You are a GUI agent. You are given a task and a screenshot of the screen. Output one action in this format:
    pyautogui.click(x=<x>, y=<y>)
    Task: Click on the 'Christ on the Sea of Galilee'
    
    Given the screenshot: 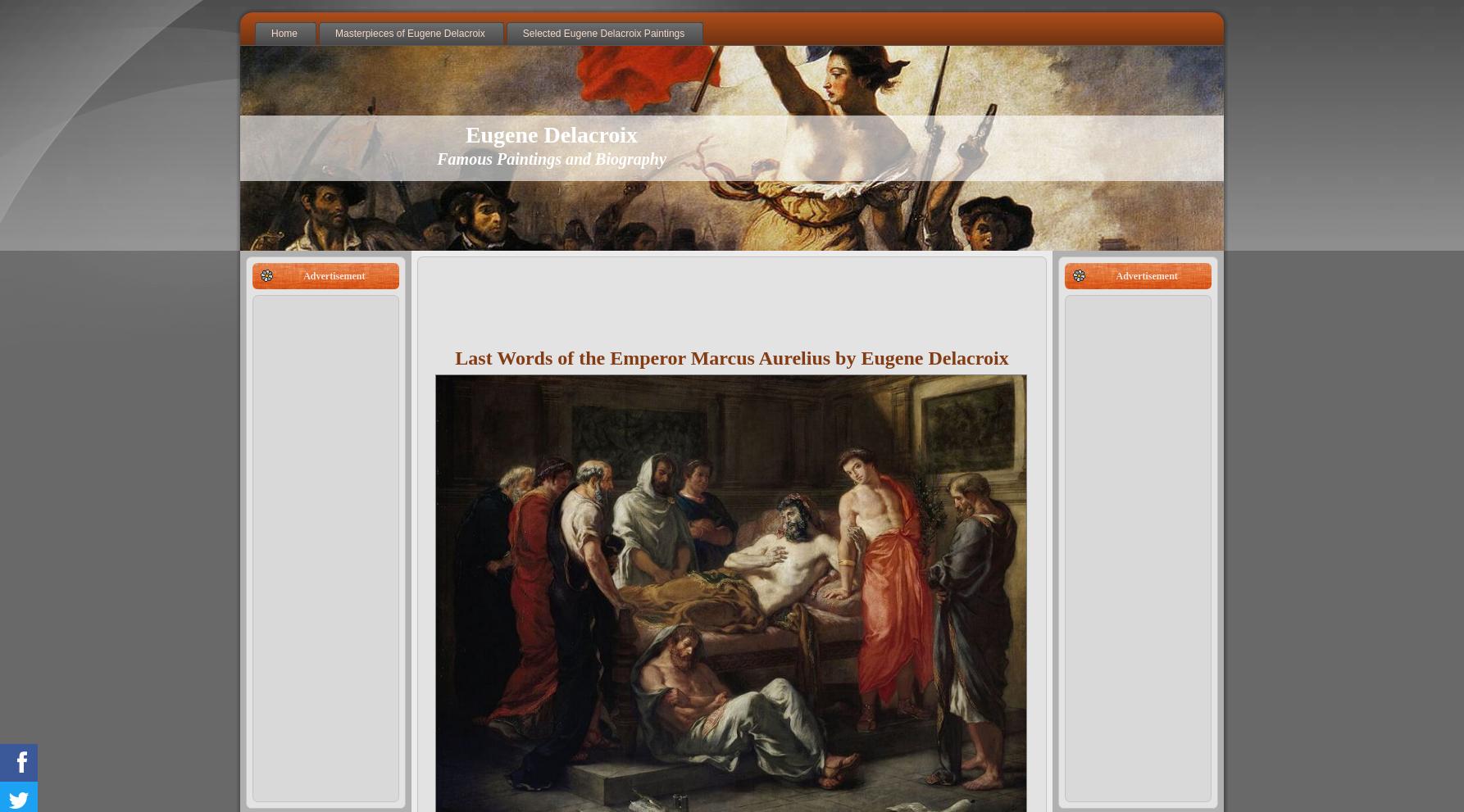 What is the action you would take?
    pyautogui.click(x=325, y=177)
    